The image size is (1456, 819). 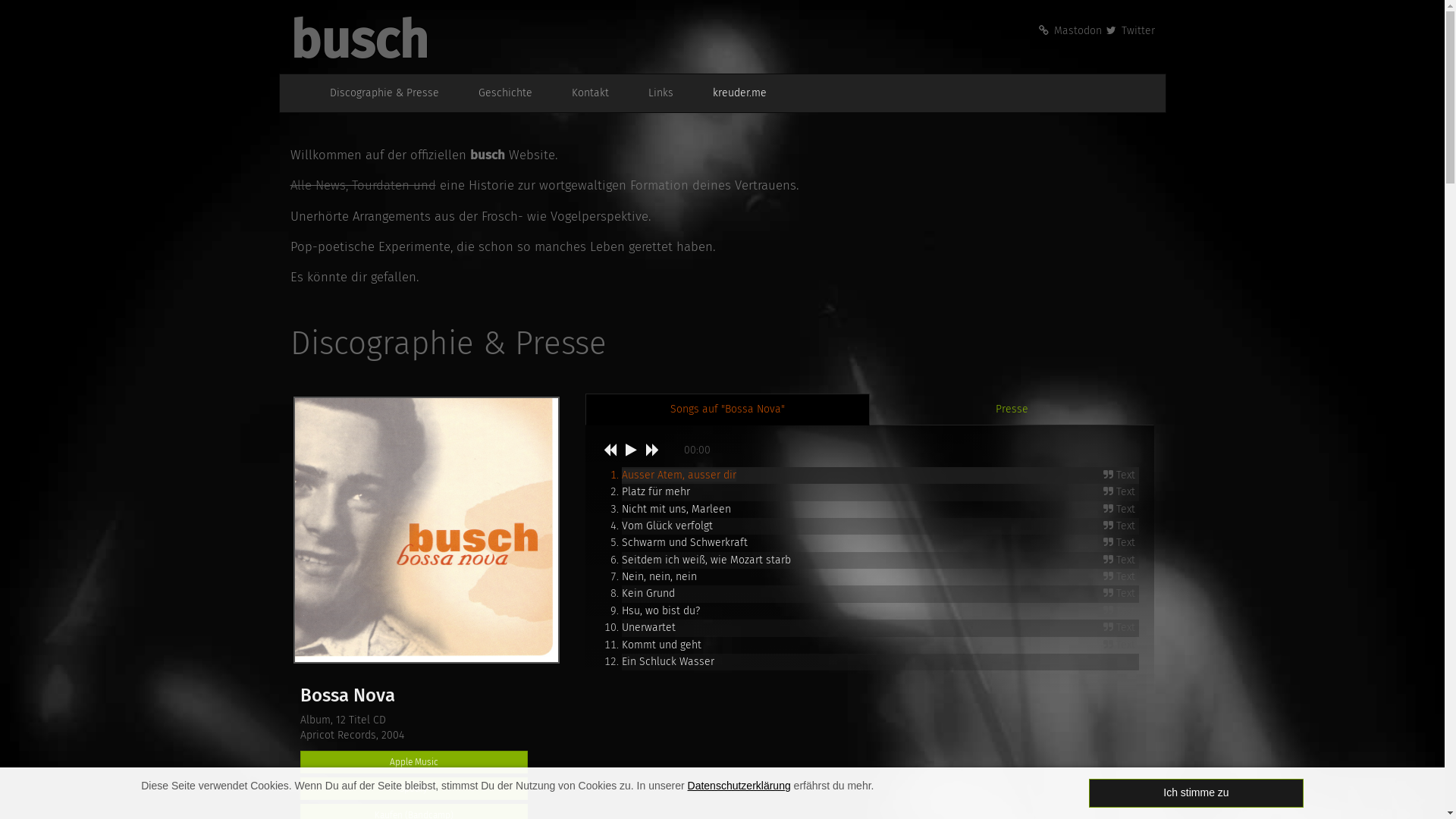 What do you see at coordinates (1121, 560) in the screenshot?
I see `'Text'` at bounding box center [1121, 560].